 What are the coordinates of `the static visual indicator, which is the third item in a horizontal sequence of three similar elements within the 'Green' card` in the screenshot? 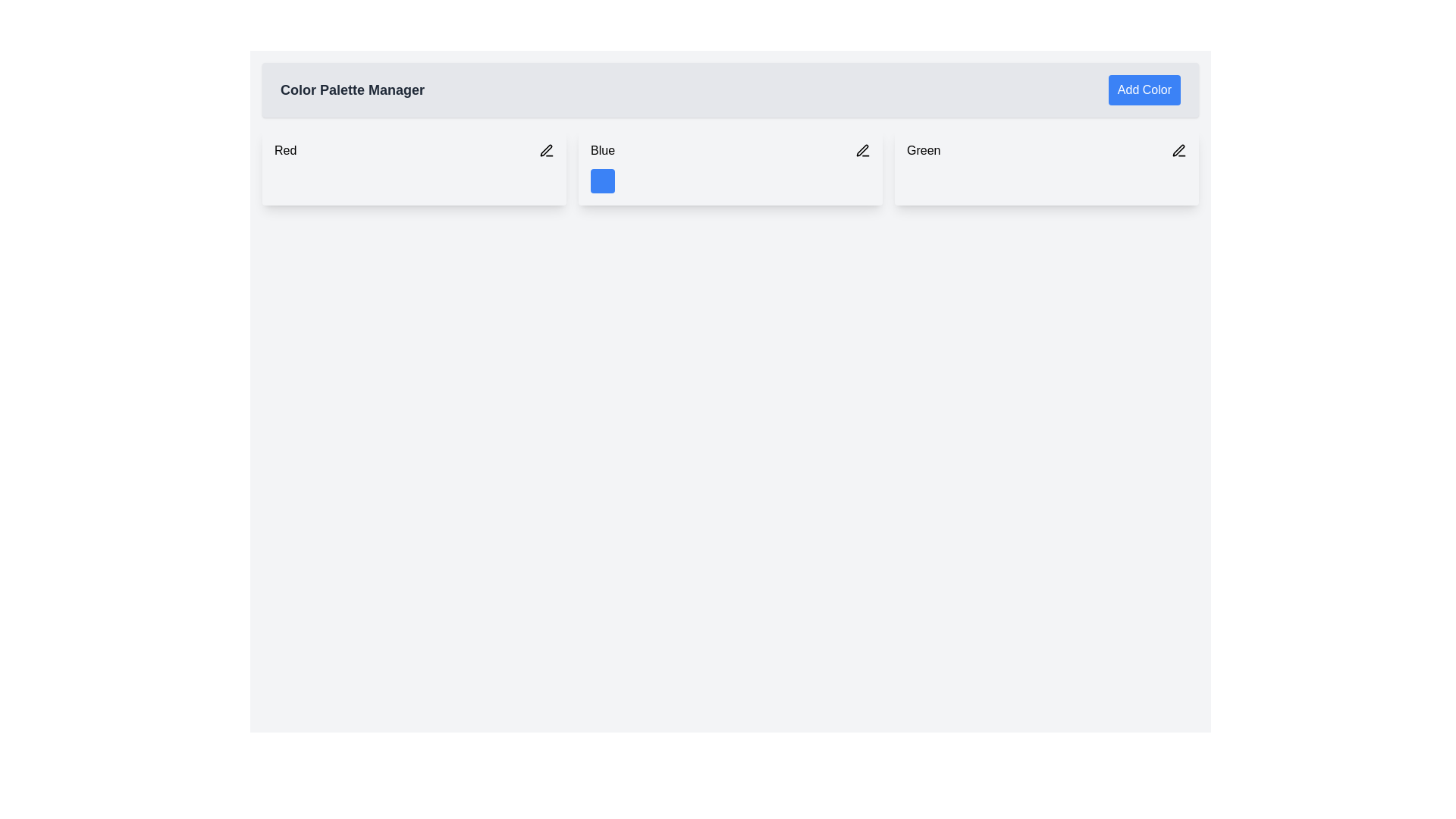 It's located at (979, 180).